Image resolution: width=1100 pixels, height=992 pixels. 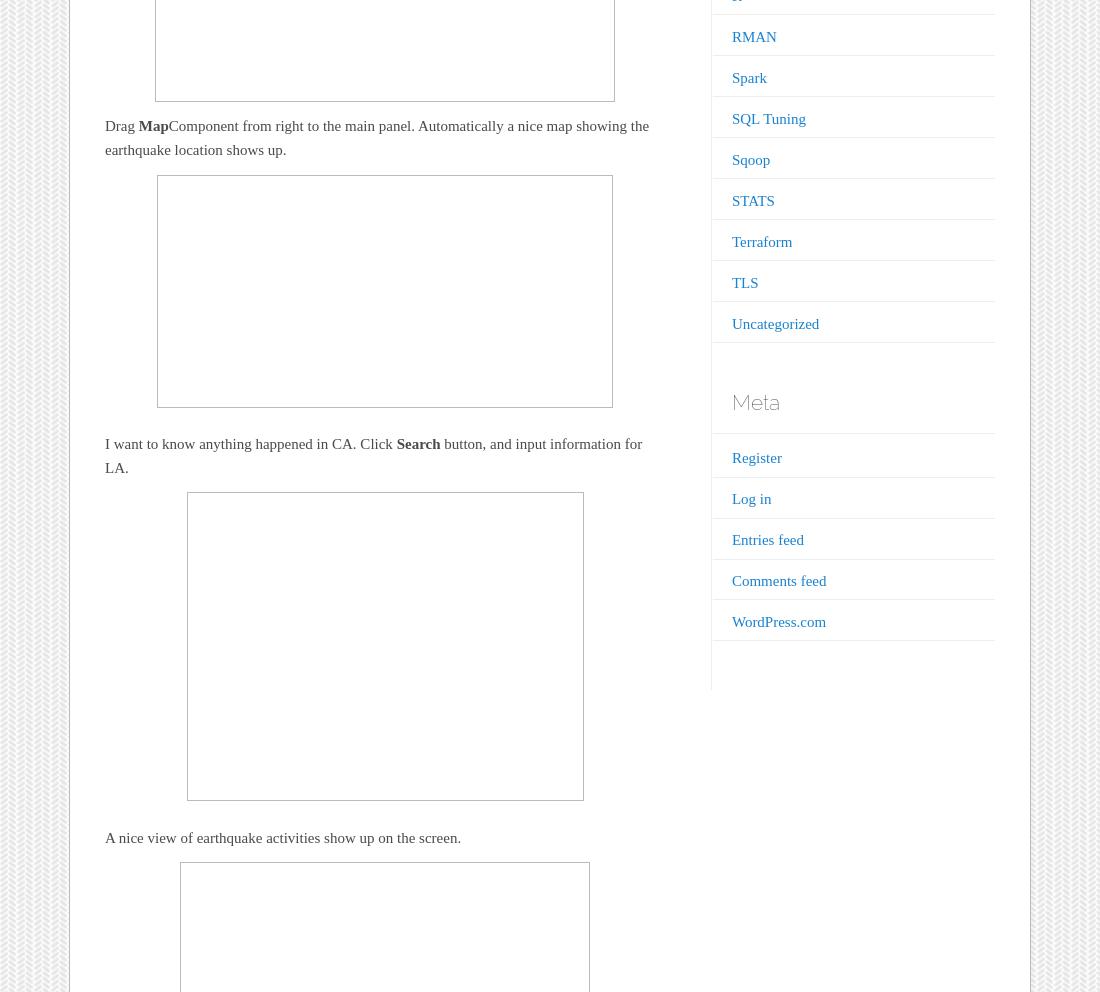 I want to click on 'Comments feed', so click(x=729, y=580).